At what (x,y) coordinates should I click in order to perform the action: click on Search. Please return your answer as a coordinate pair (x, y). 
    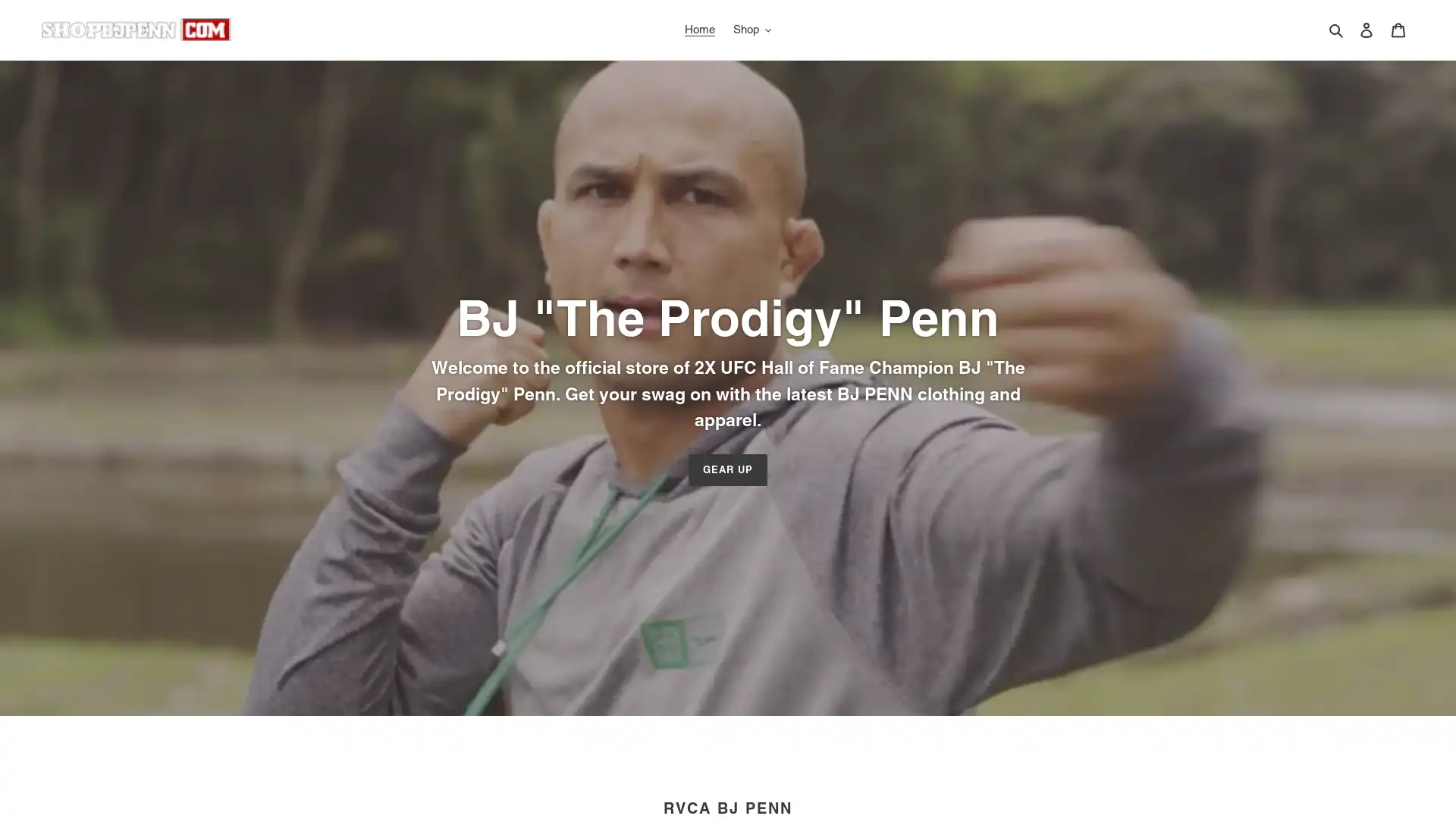
    Looking at the image, I should click on (1337, 29).